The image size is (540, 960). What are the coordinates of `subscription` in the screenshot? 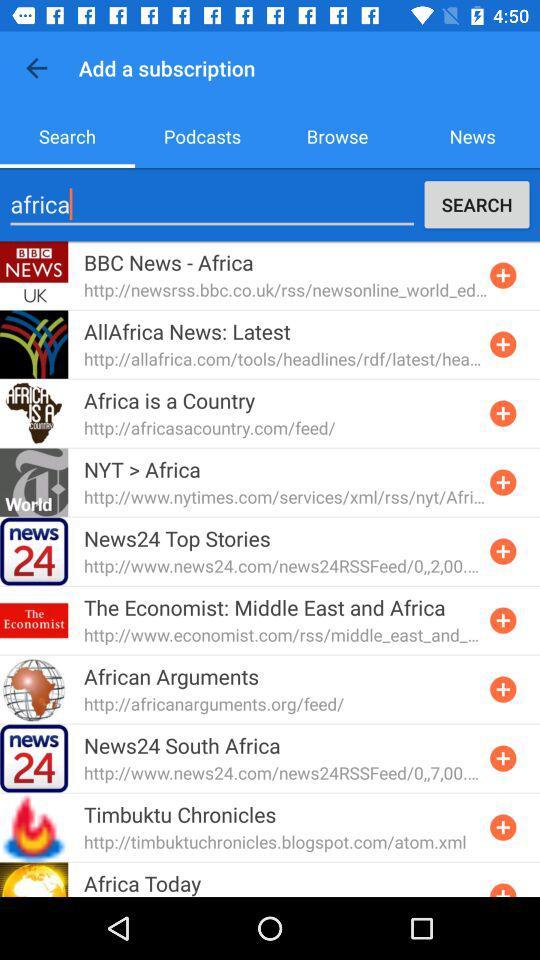 It's located at (502, 412).